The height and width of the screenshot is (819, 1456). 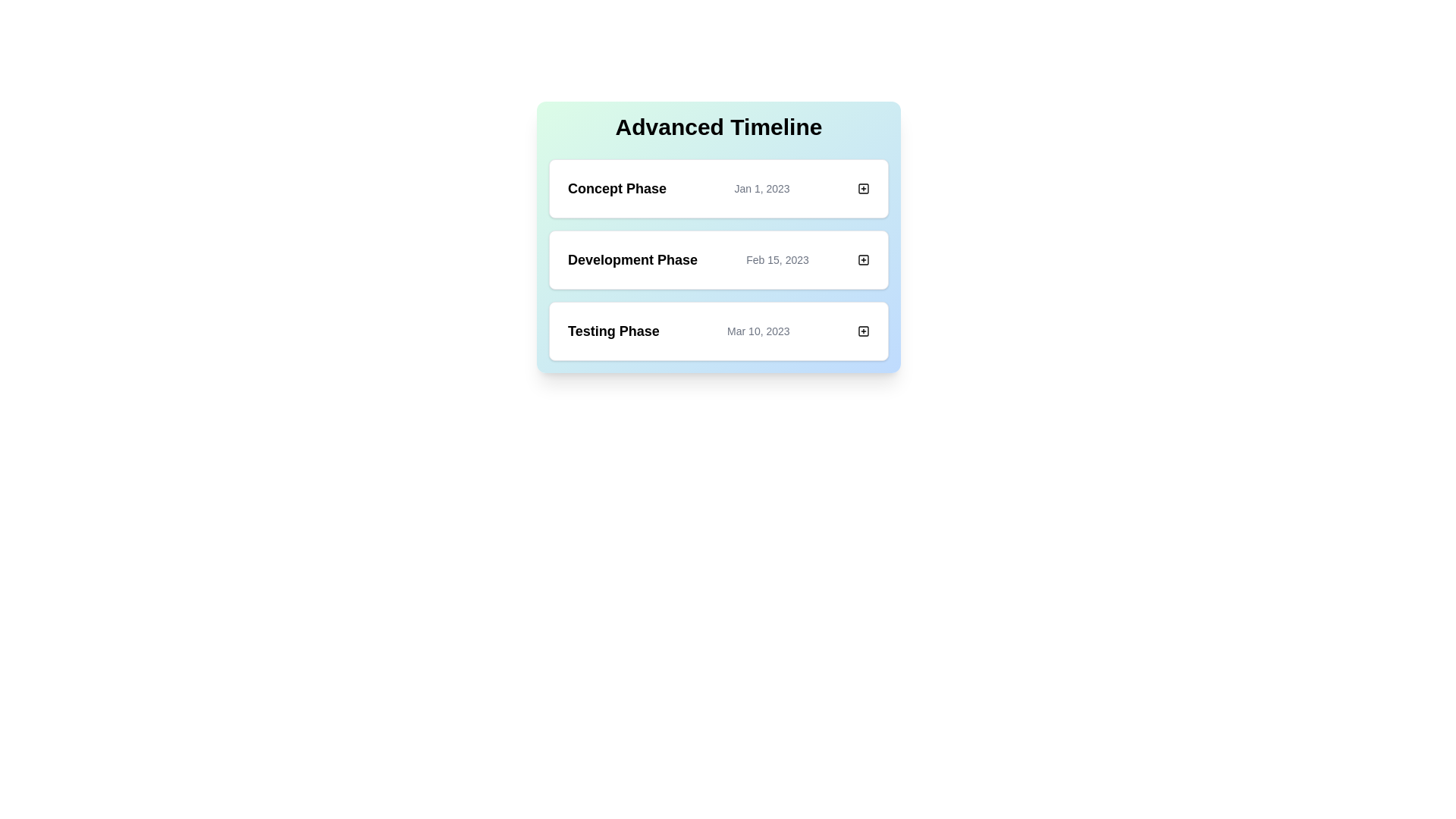 What do you see at coordinates (718, 237) in the screenshot?
I see `the 'Development Phase' card element, which is the second card in the list, displaying a bold title and a date on its right side` at bounding box center [718, 237].